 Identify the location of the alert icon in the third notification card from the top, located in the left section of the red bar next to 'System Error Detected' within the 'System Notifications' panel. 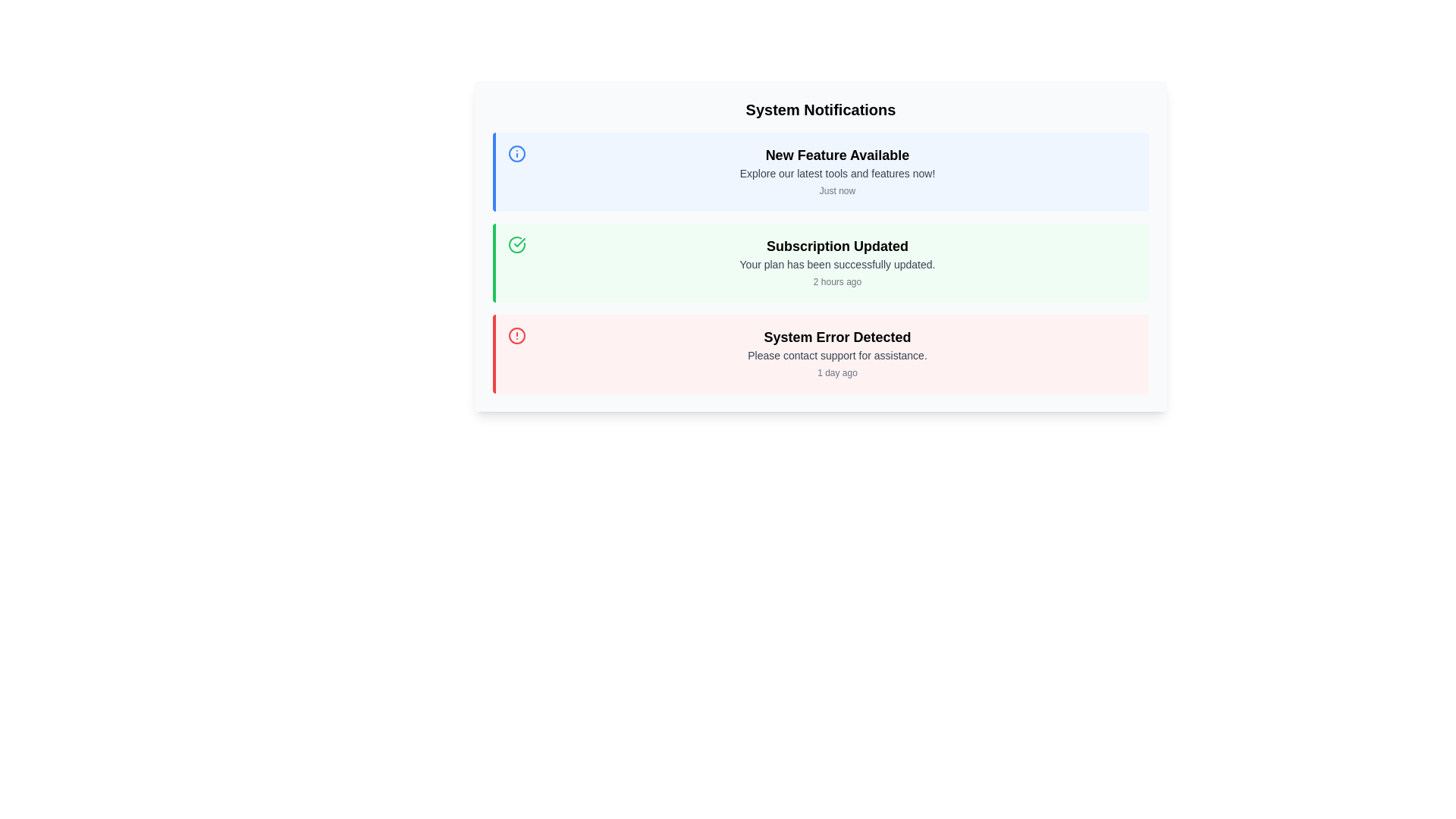
(516, 335).